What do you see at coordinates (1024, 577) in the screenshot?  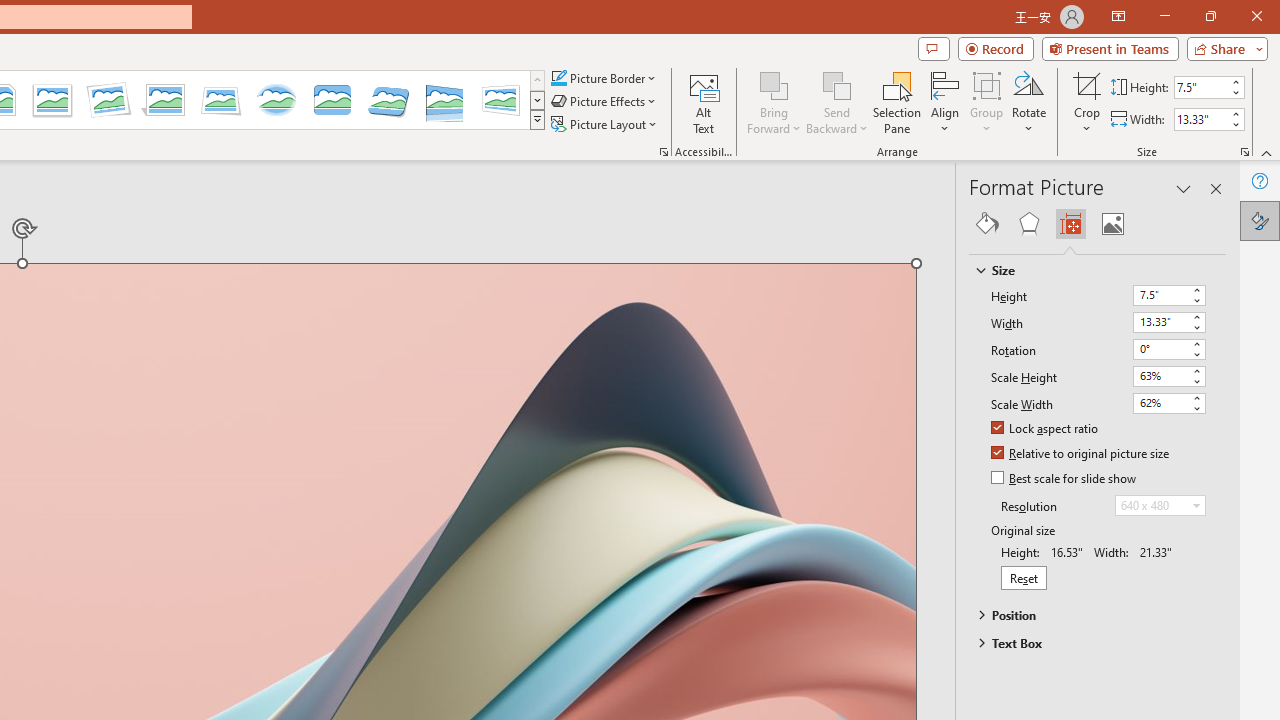 I see `'Reset'` at bounding box center [1024, 577].